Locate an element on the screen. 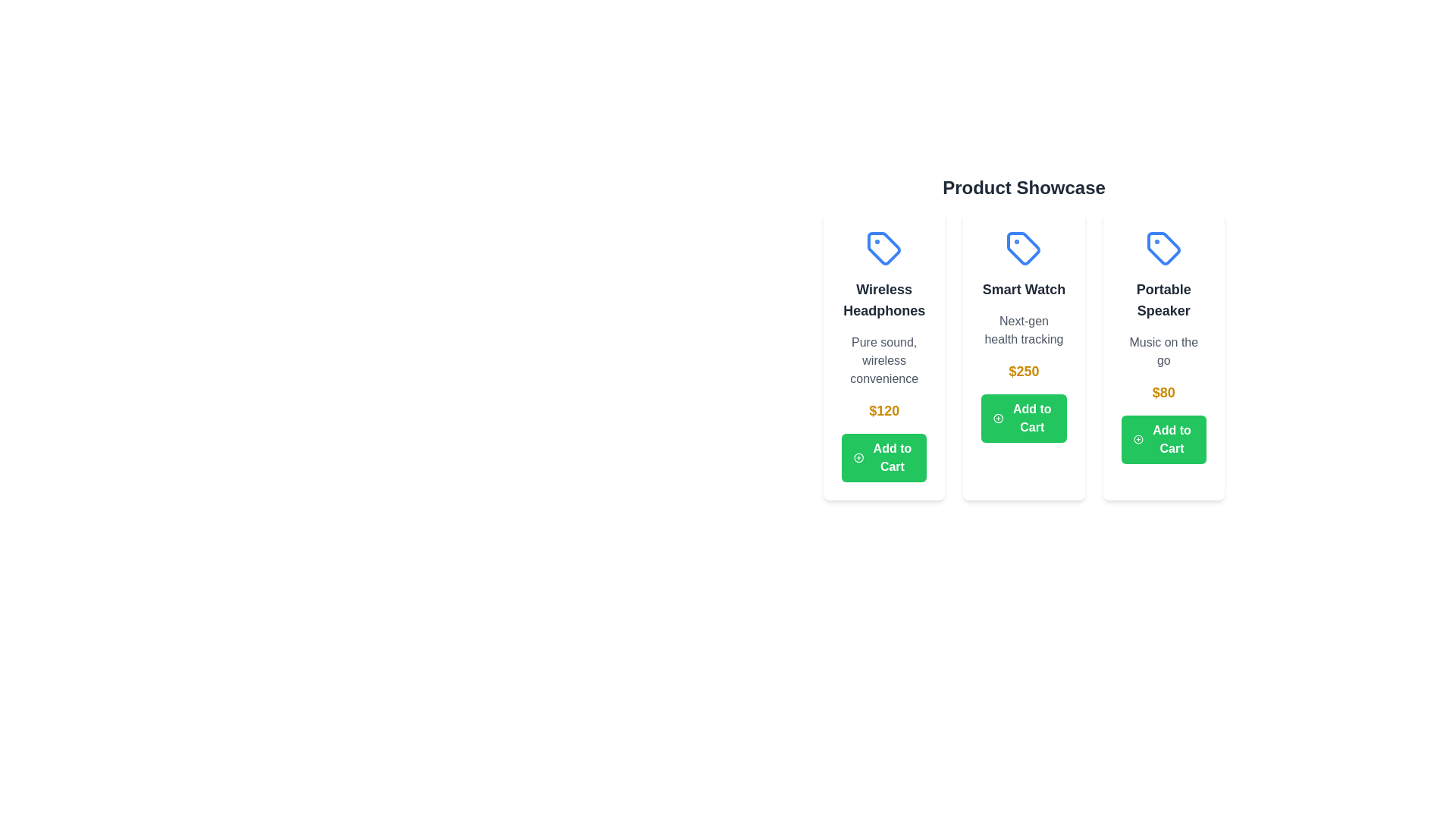 The height and width of the screenshot is (819, 1456). 'Add to Cart' button for the product identified by Wireless Headphones is located at coordinates (884, 457).